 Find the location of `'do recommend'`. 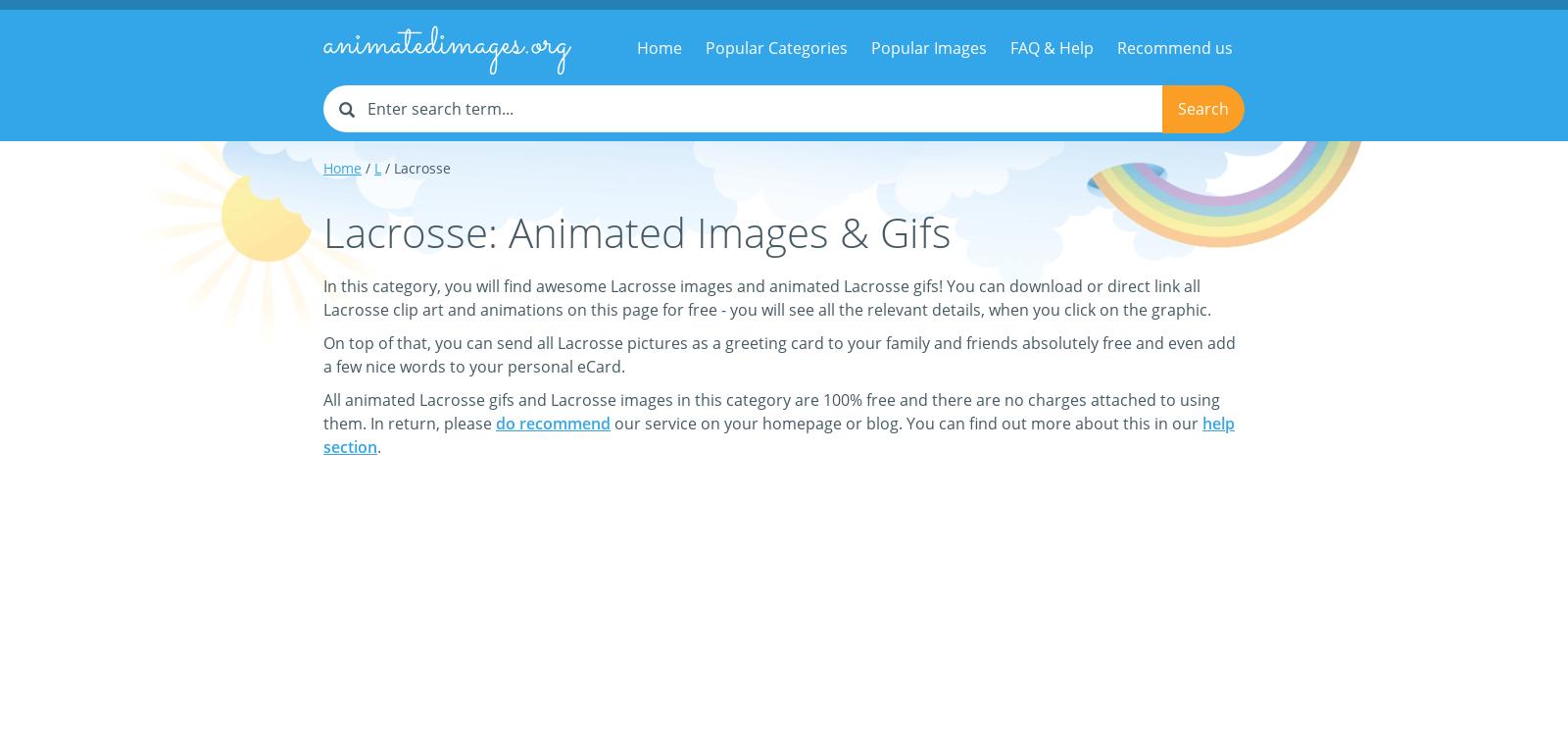

'do recommend' is located at coordinates (494, 422).